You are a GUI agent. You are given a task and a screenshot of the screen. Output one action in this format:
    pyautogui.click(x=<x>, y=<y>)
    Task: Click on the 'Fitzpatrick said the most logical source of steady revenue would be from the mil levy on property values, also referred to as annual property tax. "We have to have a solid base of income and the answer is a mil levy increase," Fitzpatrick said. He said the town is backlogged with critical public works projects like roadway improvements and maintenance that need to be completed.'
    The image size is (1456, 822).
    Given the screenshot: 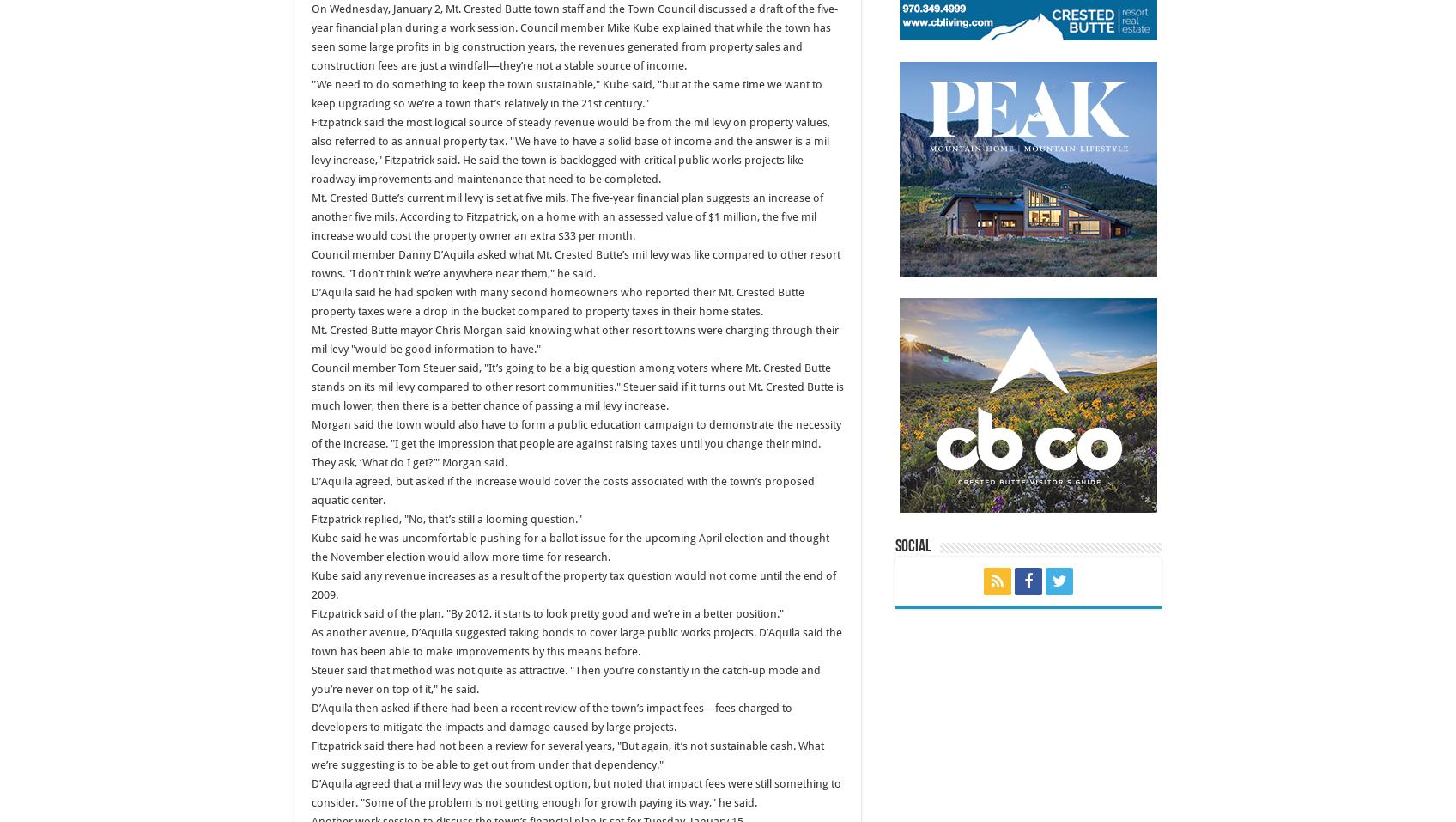 What is the action you would take?
    pyautogui.click(x=570, y=150)
    